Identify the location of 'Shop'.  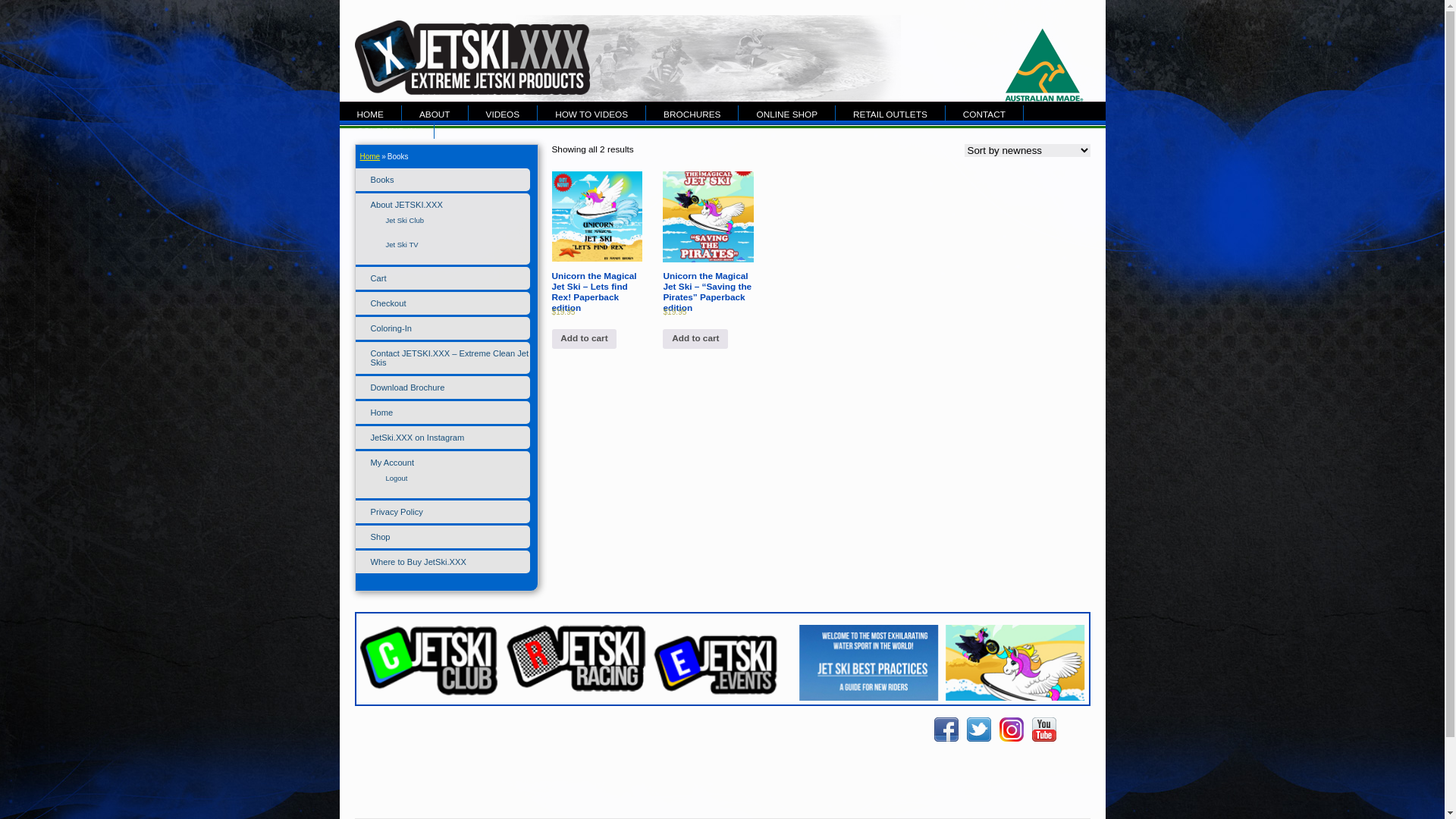
(379, 536).